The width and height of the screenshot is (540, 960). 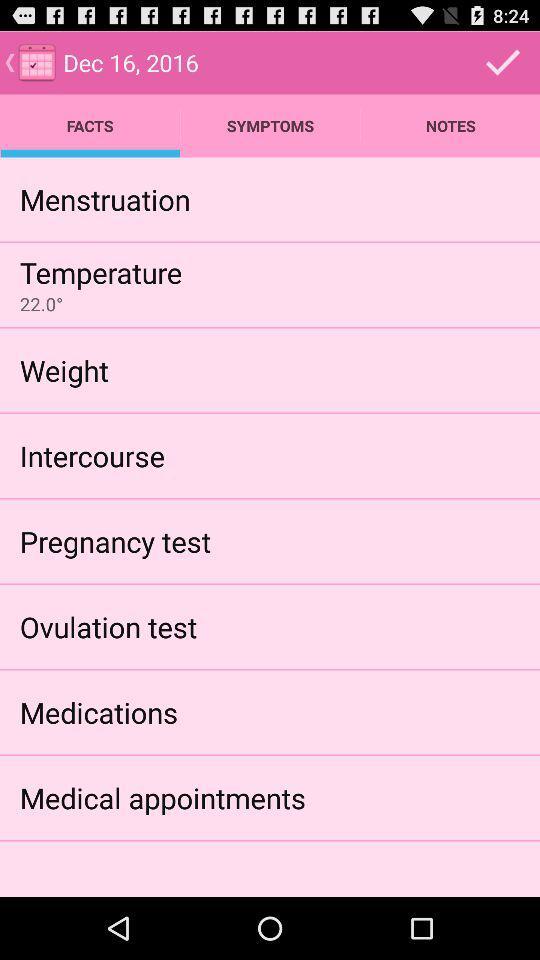 What do you see at coordinates (91, 455) in the screenshot?
I see `app below weight icon` at bounding box center [91, 455].